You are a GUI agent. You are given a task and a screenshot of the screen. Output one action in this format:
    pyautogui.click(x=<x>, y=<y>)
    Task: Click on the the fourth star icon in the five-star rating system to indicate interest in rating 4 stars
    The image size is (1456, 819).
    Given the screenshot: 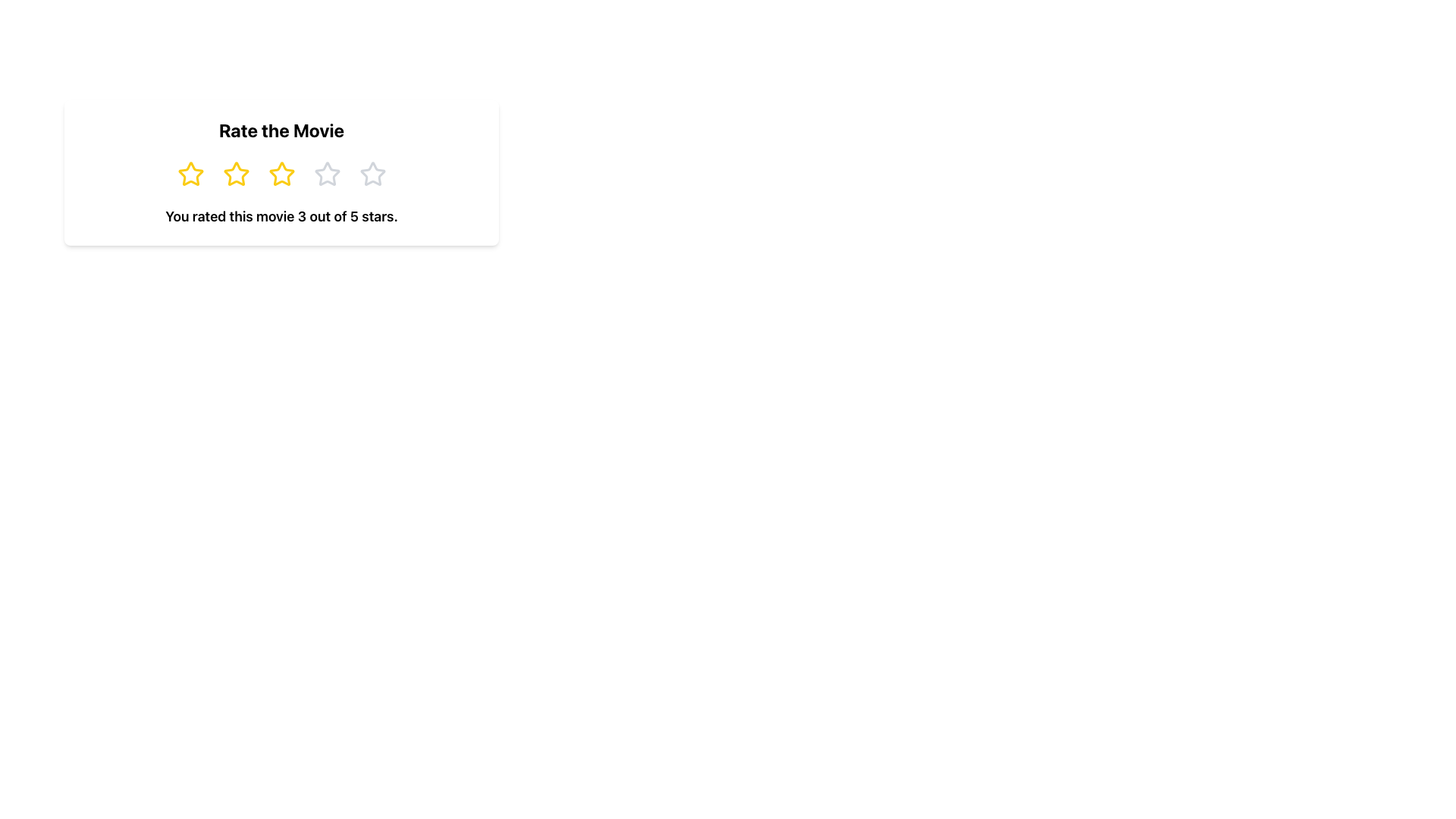 What is the action you would take?
    pyautogui.click(x=326, y=174)
    